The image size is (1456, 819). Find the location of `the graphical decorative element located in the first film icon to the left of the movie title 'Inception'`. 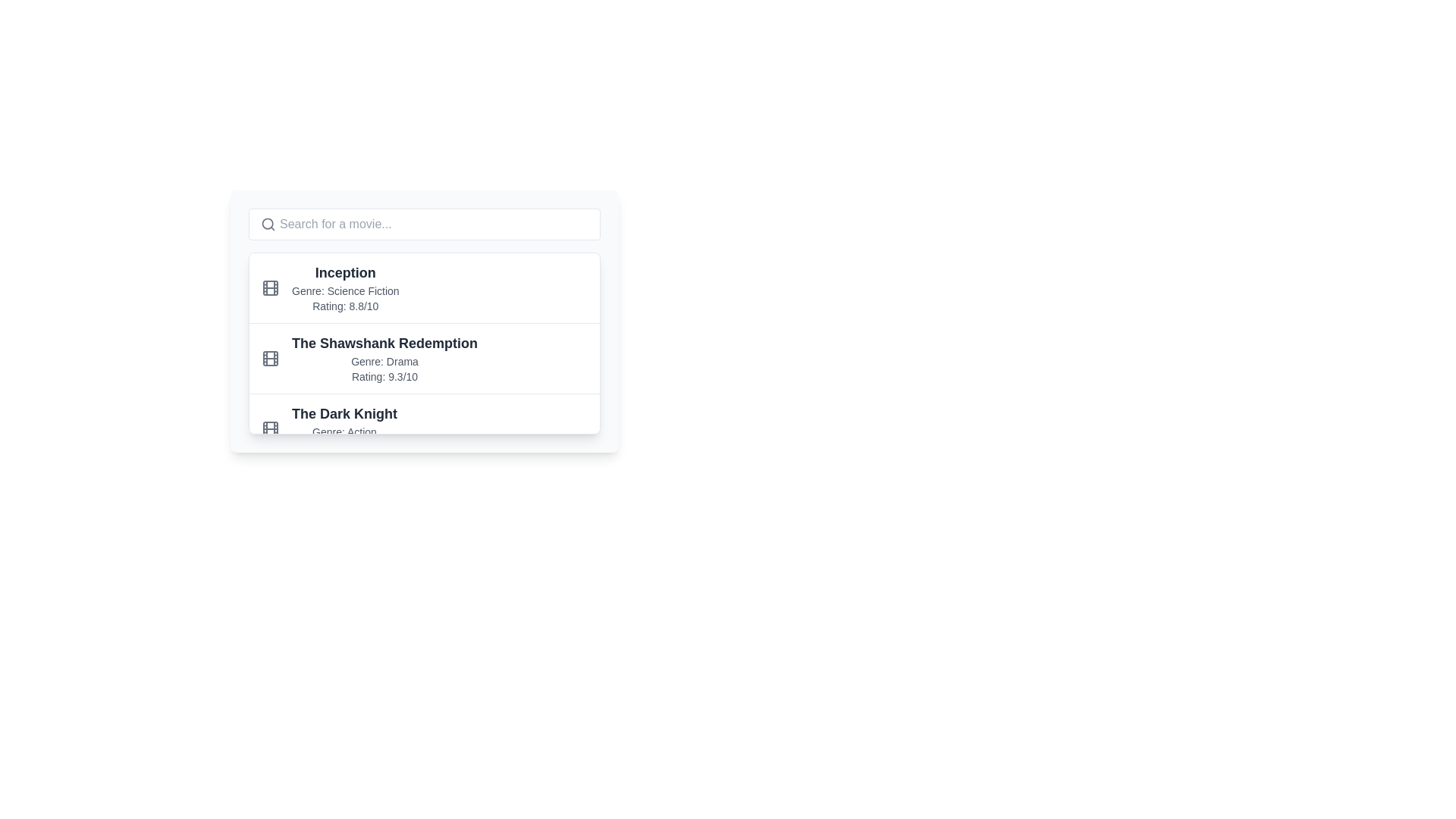

the graphical decorative element located in the first film icon to the left of the movie title 'Inception' is located at coordinates (270, 288).